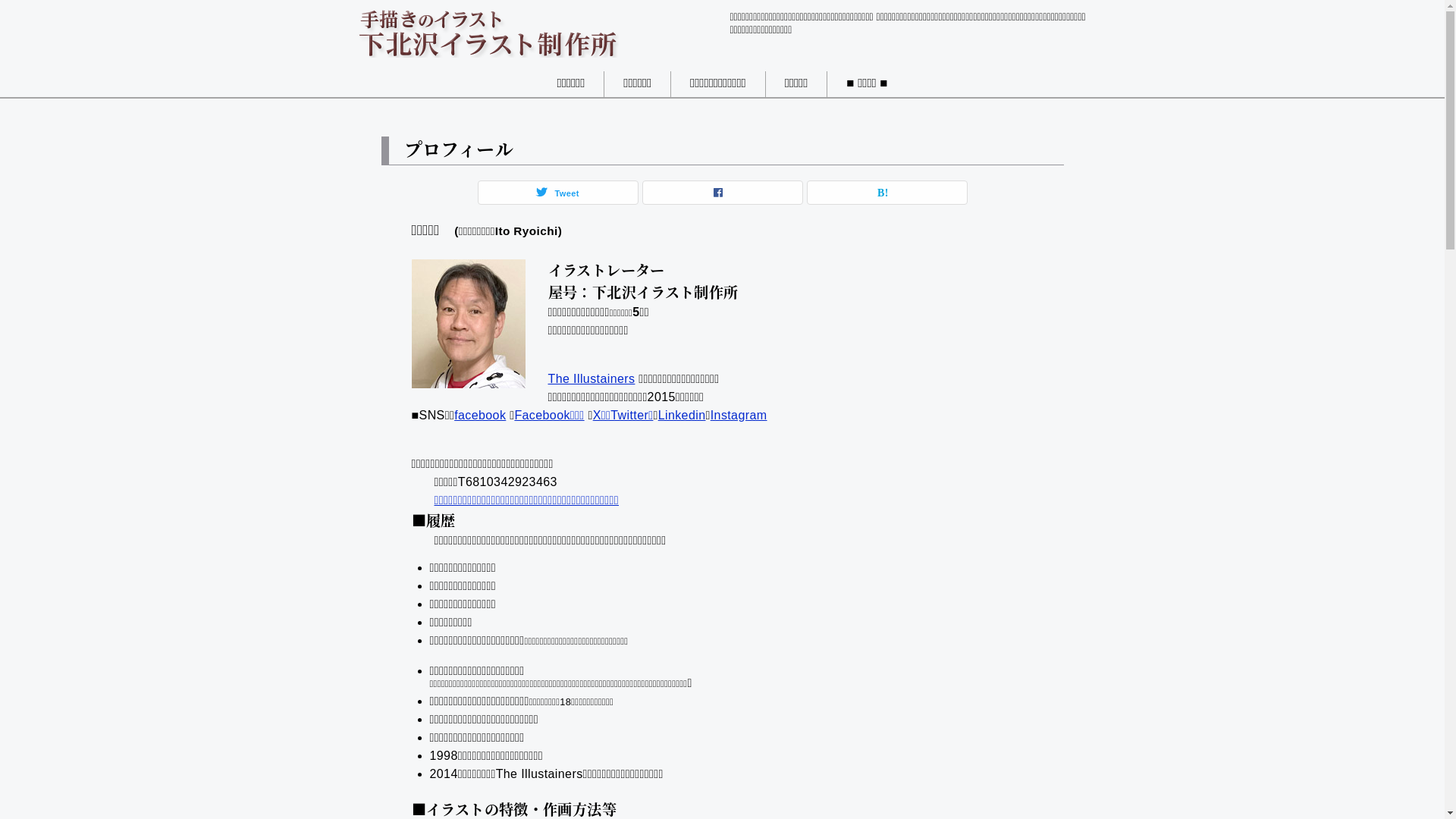 Image resolution: width=1456 pixels, height=819 pixels. Describe the element at coordinates (739, 415) in the screenshot. I see `'Instagram'` at that location.